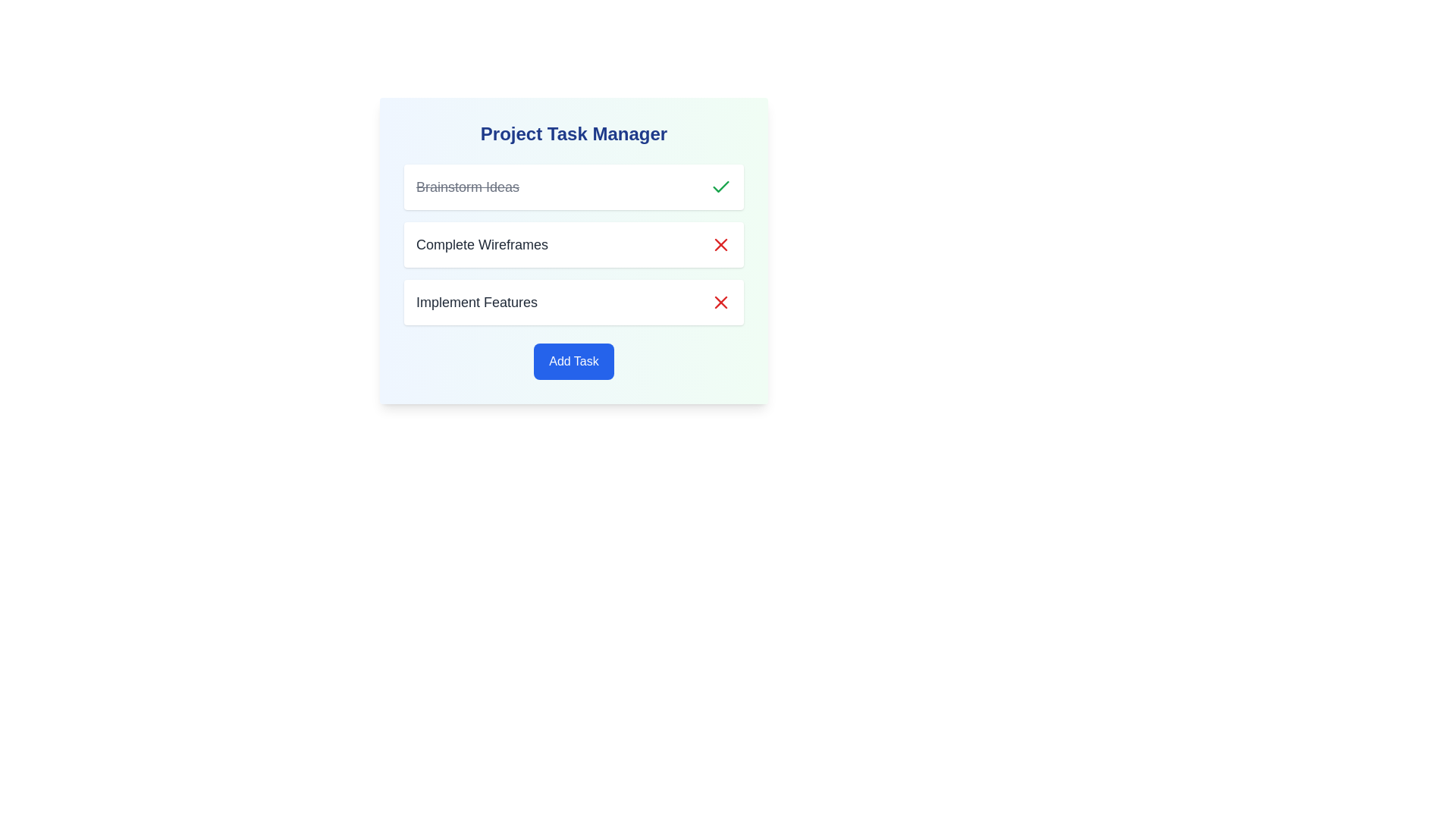 The width and height of the screenshot is (1456, 819). What do you see at coordinates (720, 186) in the screenshot?
I see `the green checkmark icon button in the 'Brainstorm Ideas' task row` at bounding box center [720, 186].